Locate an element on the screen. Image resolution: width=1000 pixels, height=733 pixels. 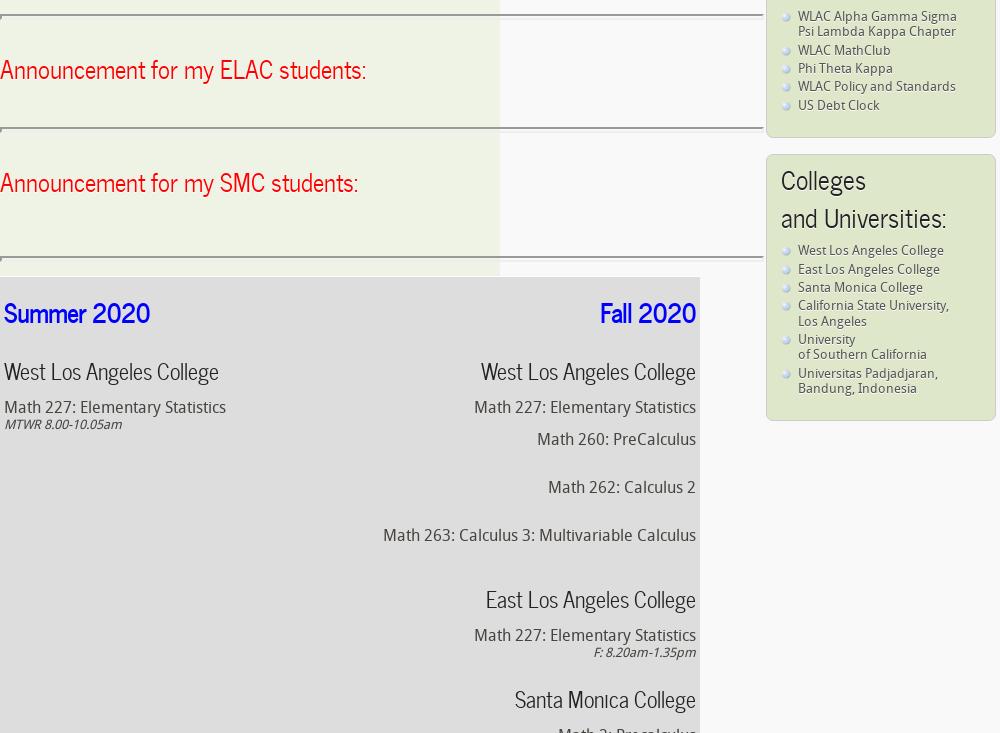
'Fall 2020' is located at coordinates (648, 310).